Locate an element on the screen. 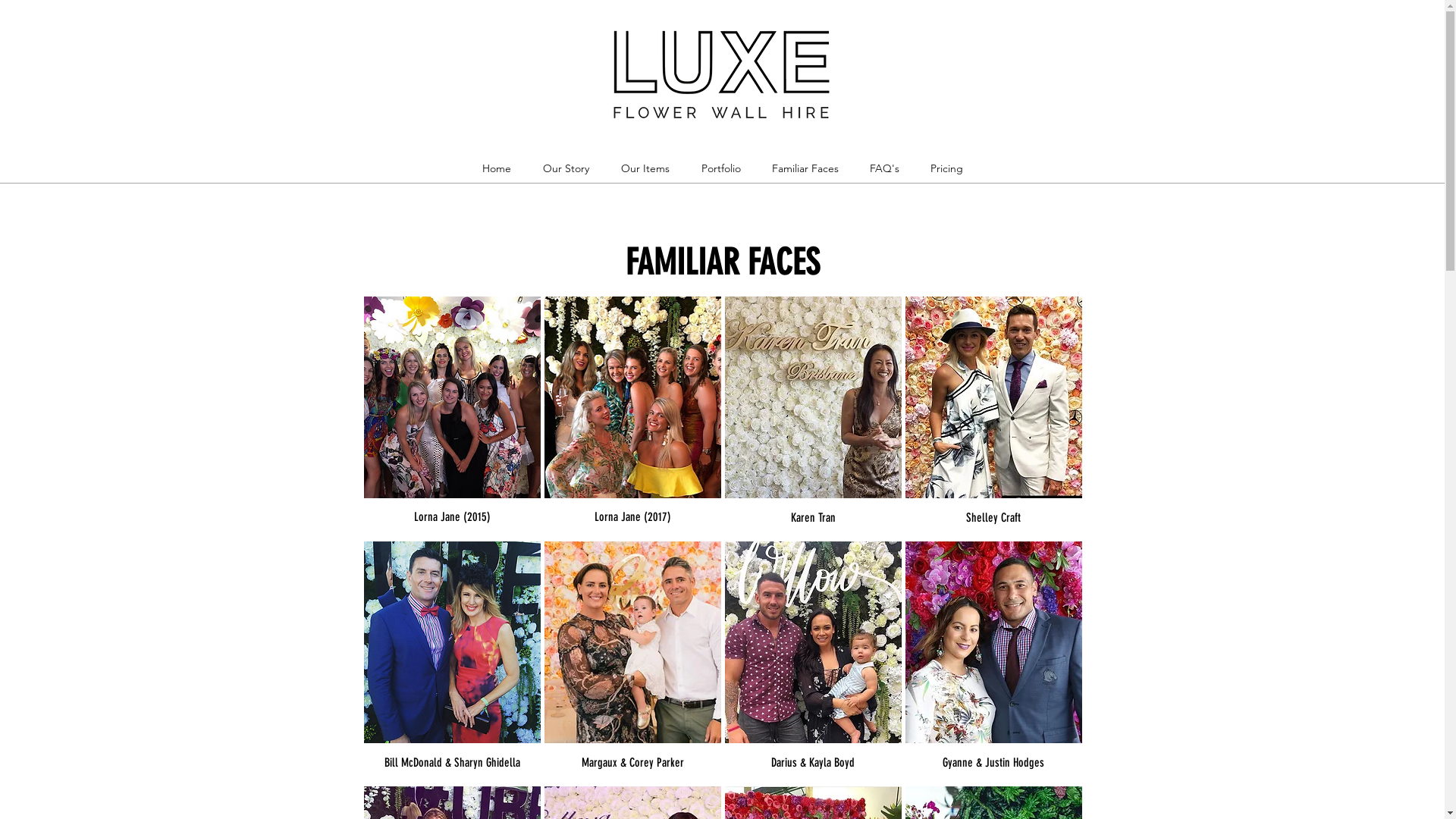  'Home' is located at coordinates (495, 168).